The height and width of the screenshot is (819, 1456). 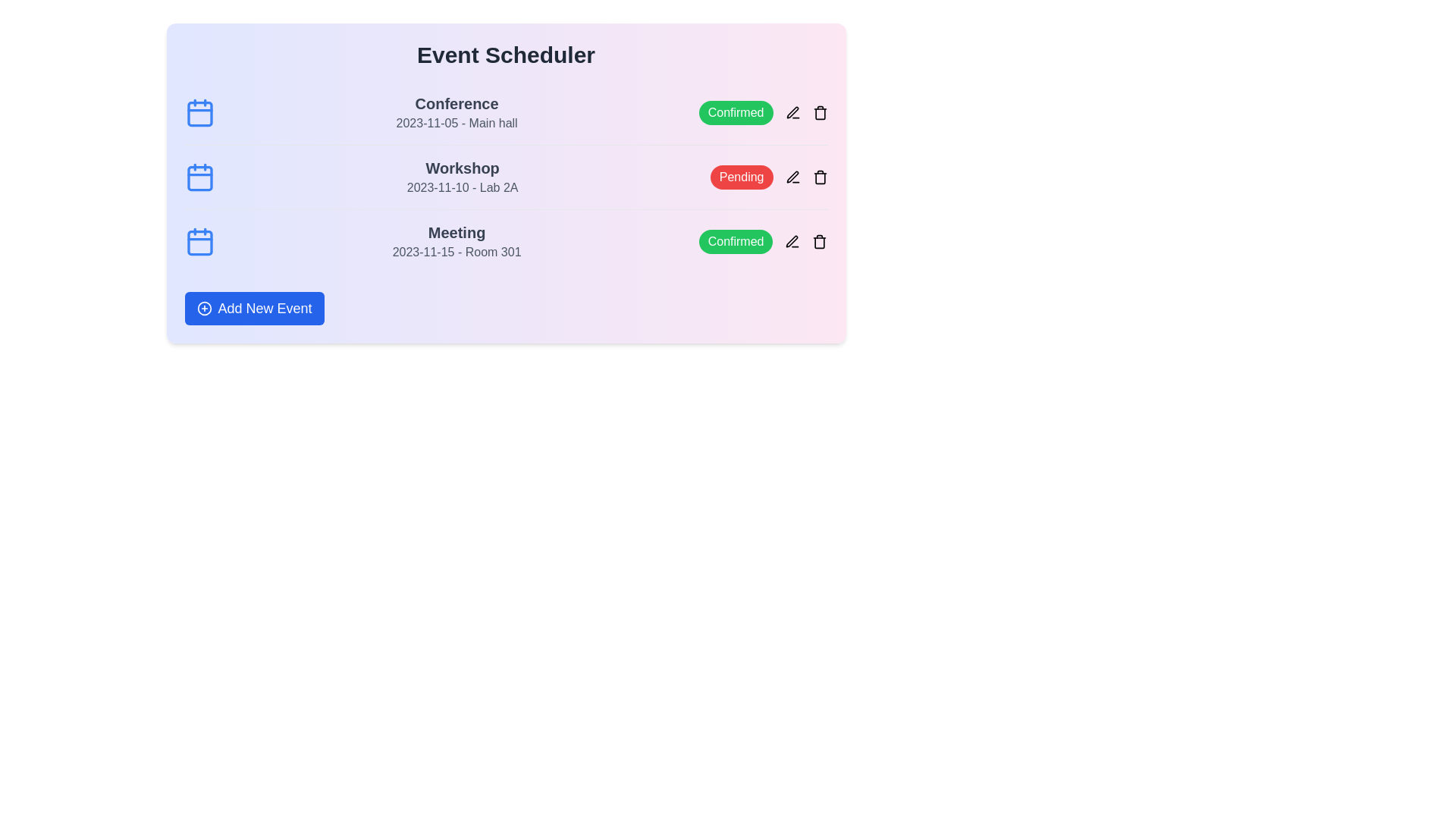 What do you see at coordinates (203, 308) in the screenshot?
I see `the SVG circle element that visually represents the 'Add' action, located to the left within the 'Add New Event' button at the bottom of the event list interface` at bounding box center [203, 308].